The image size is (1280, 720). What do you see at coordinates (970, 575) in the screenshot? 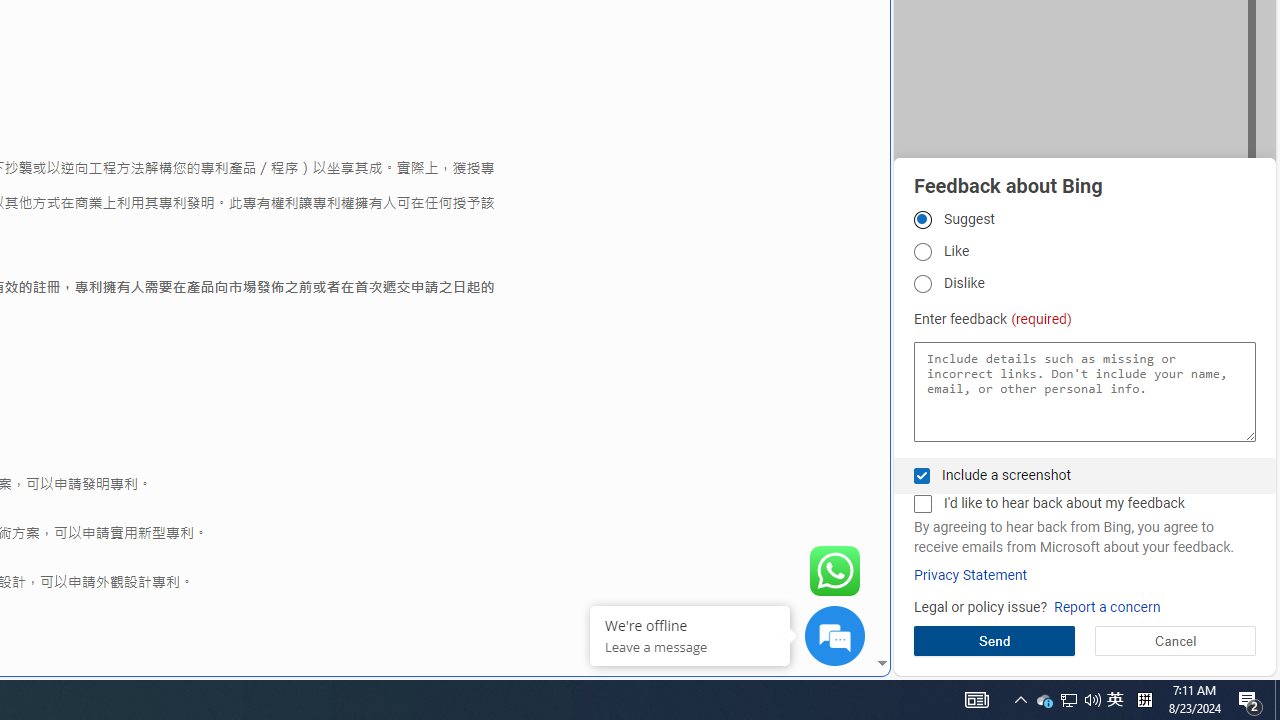
I see `'Privacy Statement'` at bounding box center [970, 575].